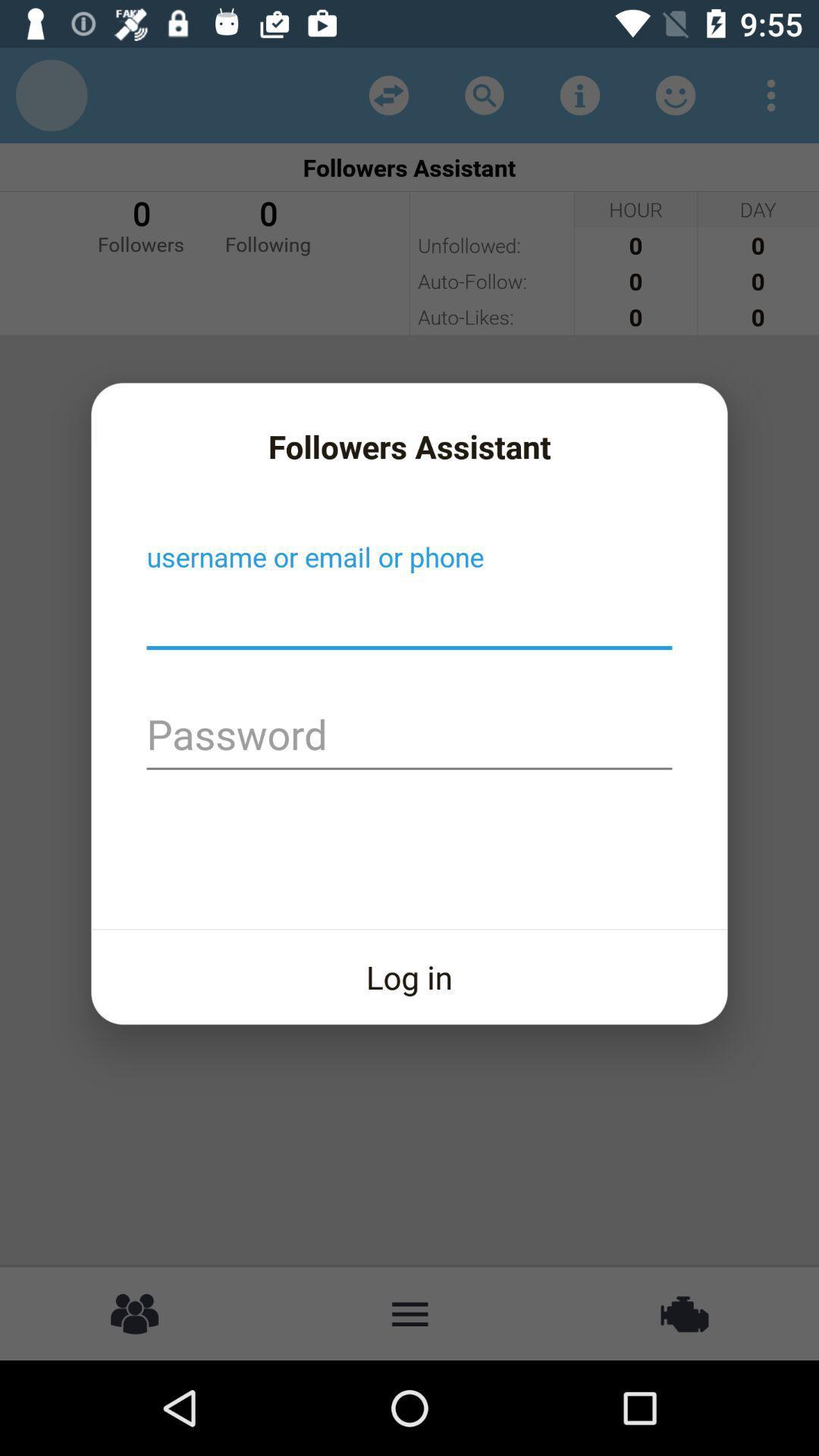 This screenshot has width=819, height=1456. I want to click on open the new file, so click(409, 615).